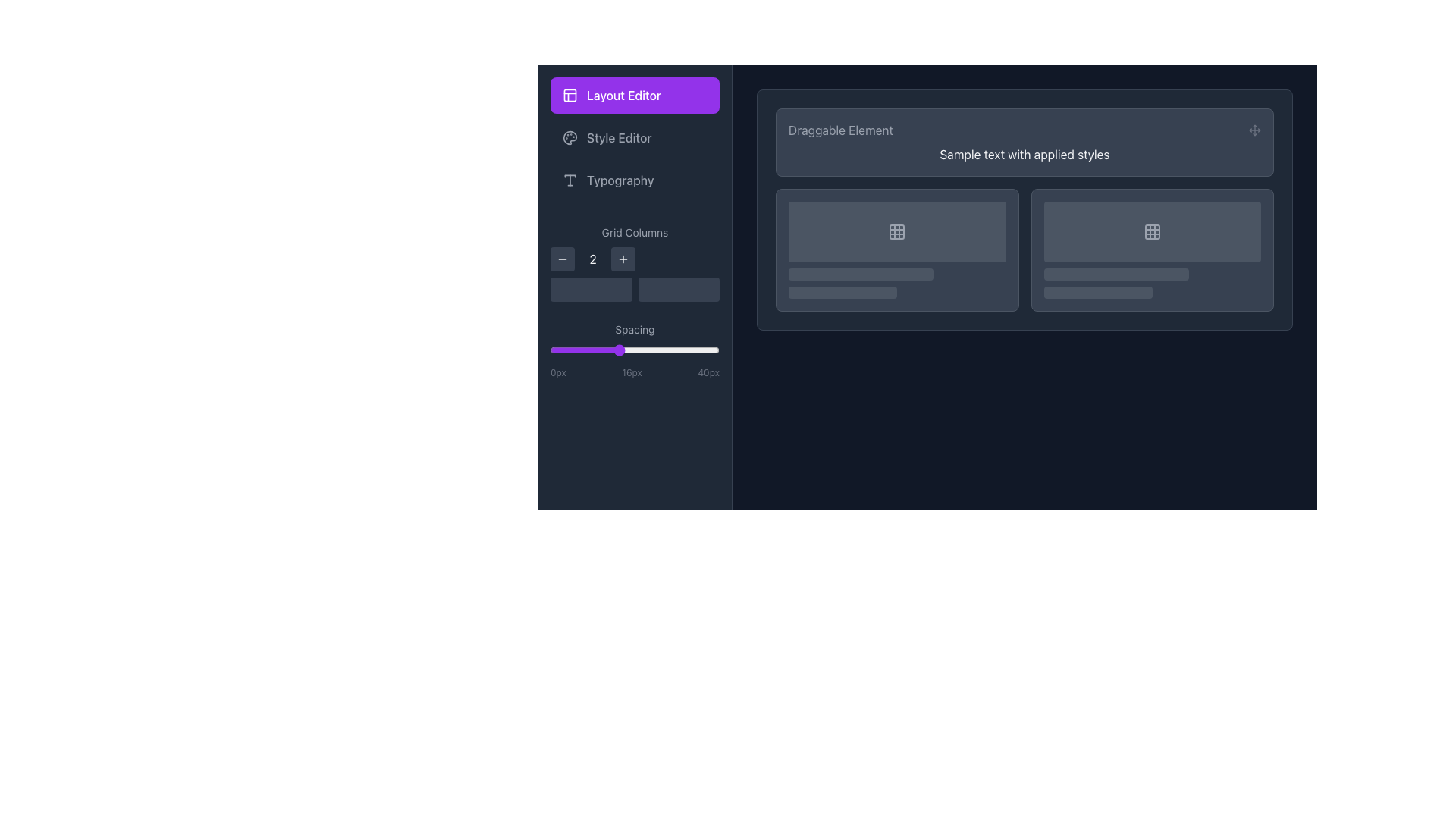 The height and width of the screenshot is (819, 1456). What do you see at coordinates (664, 350) in the screenshot?
I see `spacing` at bounding box center [664, 350].